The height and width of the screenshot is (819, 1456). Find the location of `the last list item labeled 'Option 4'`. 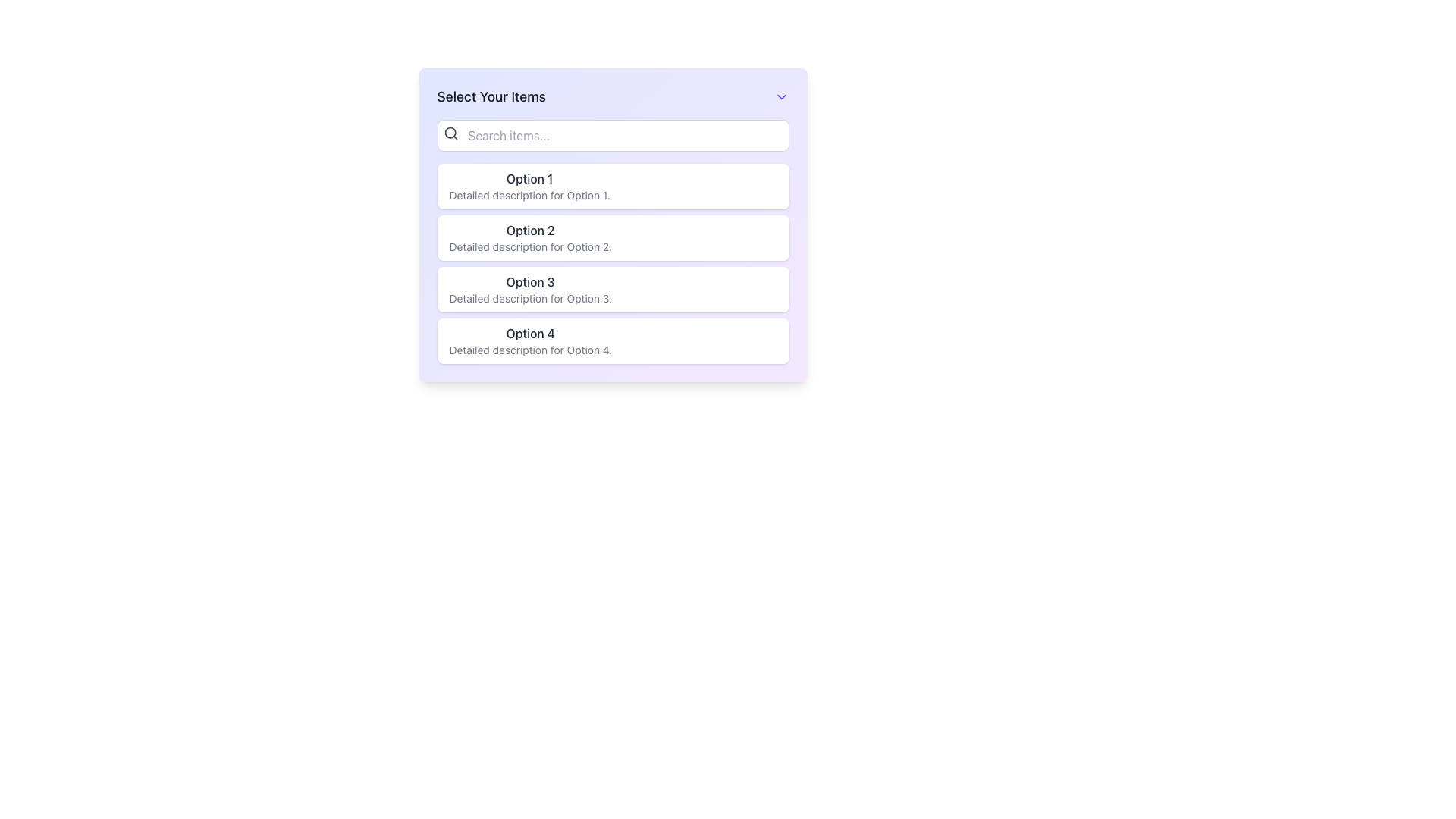

the last list item labeled 'Option 4' is located at coordinates (530, 341).